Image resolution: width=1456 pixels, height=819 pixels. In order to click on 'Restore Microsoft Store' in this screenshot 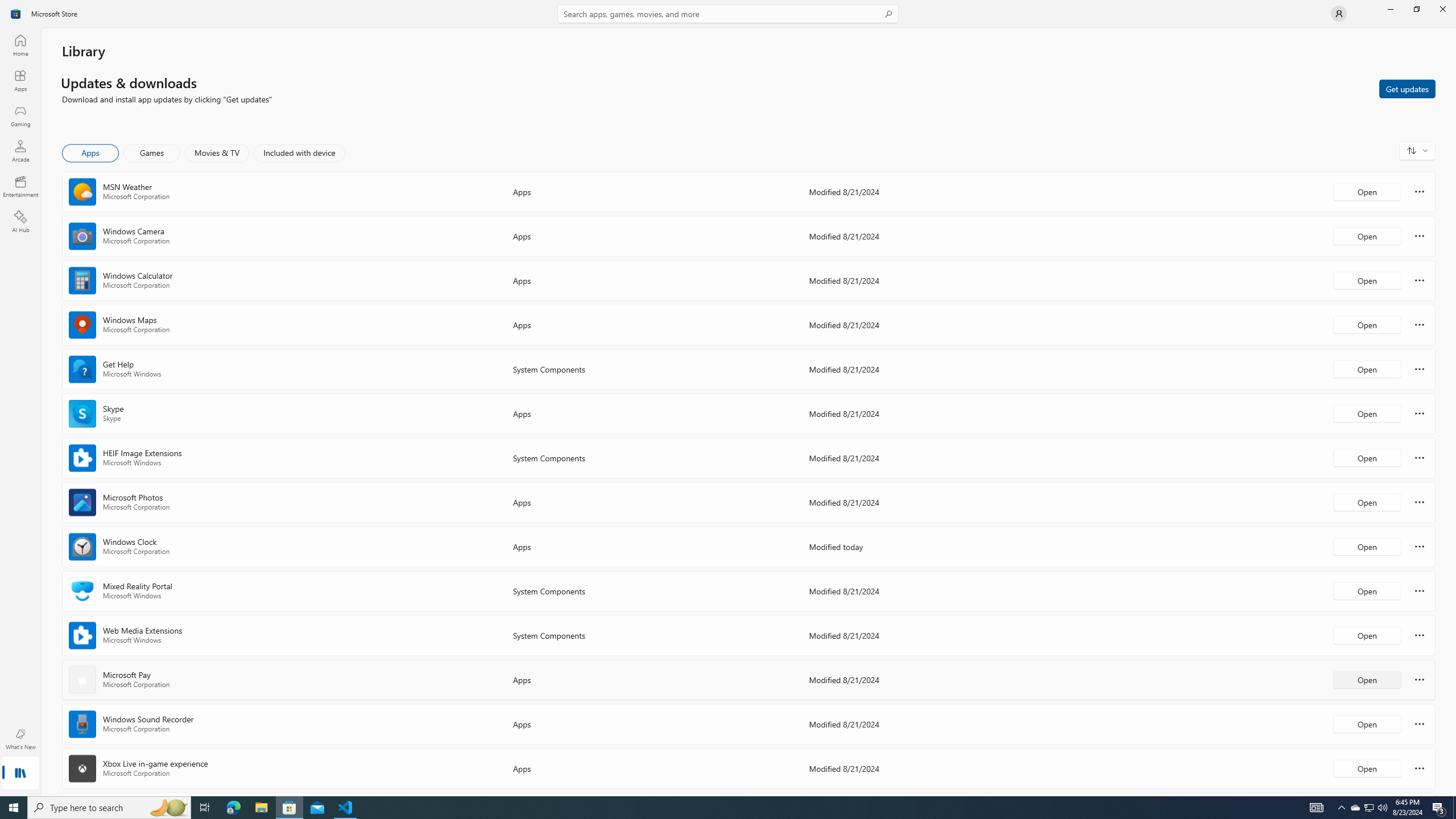, I will do `click(1416, 9)`.